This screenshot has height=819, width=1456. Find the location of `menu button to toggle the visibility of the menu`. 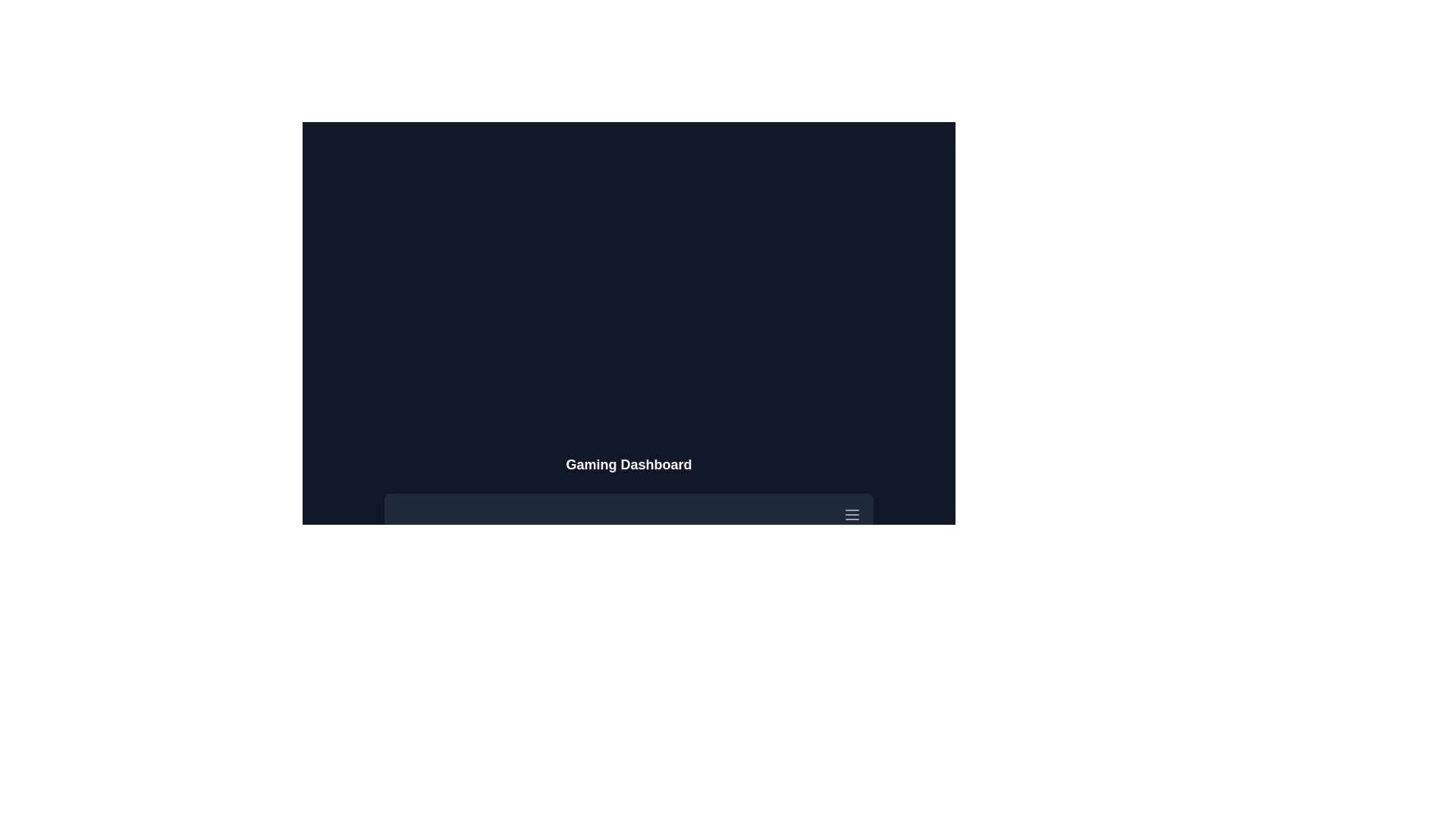

menu button to toggle the visibility of the menu is located at coordinates (852, 513).